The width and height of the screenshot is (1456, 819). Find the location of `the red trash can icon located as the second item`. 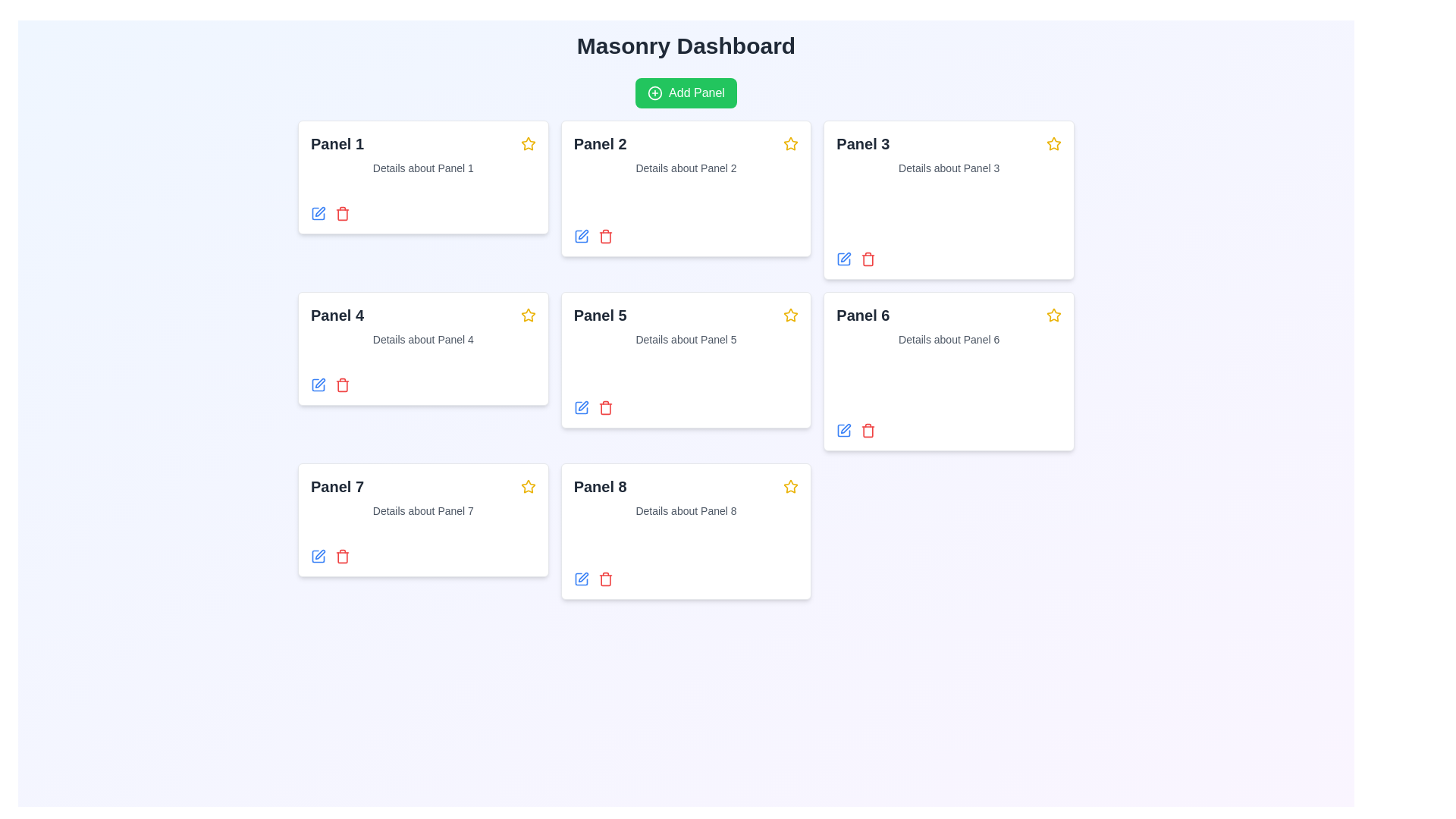

the red trash can icon located as the second item is located at coordinates (868, 430).